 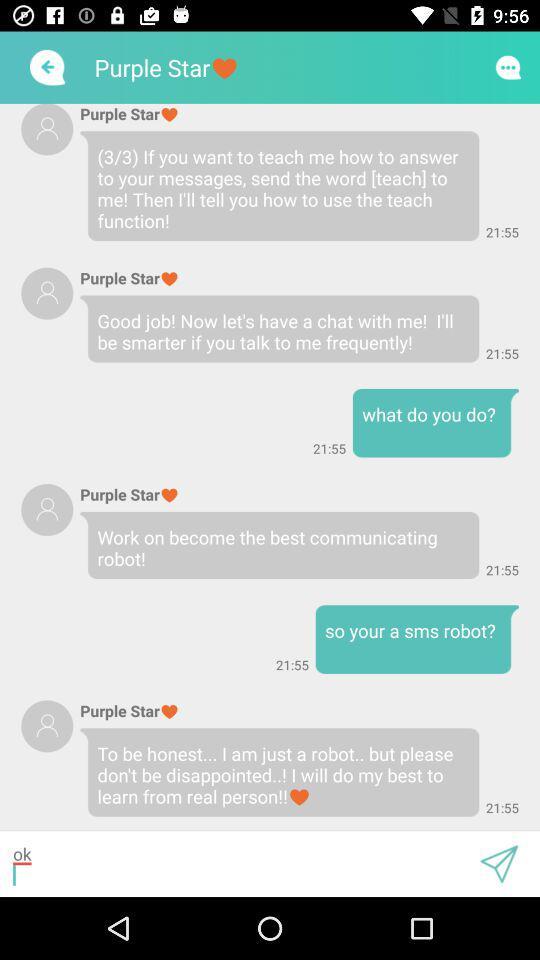 I want to click on send message, so click(x=498, y=863).